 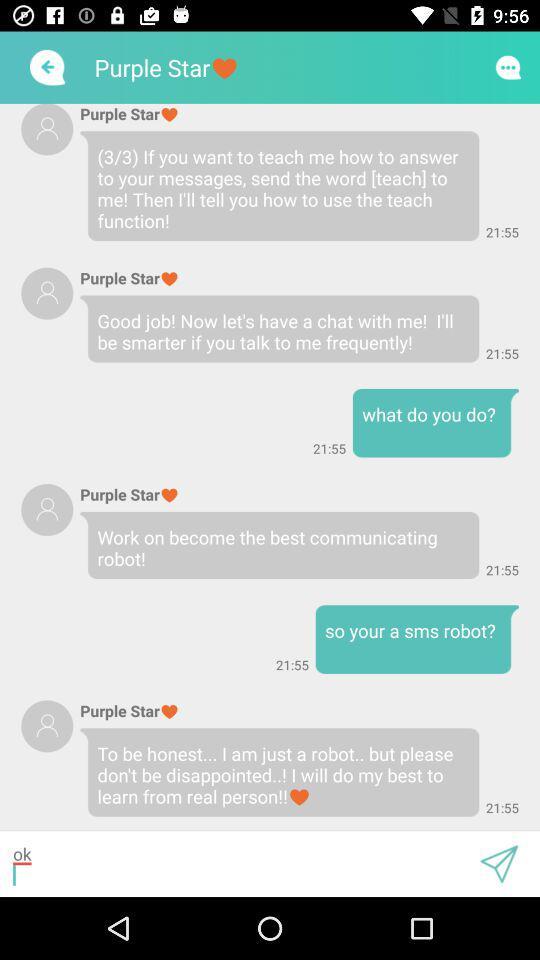 I want to click on send message, so click(x=498, y=863).